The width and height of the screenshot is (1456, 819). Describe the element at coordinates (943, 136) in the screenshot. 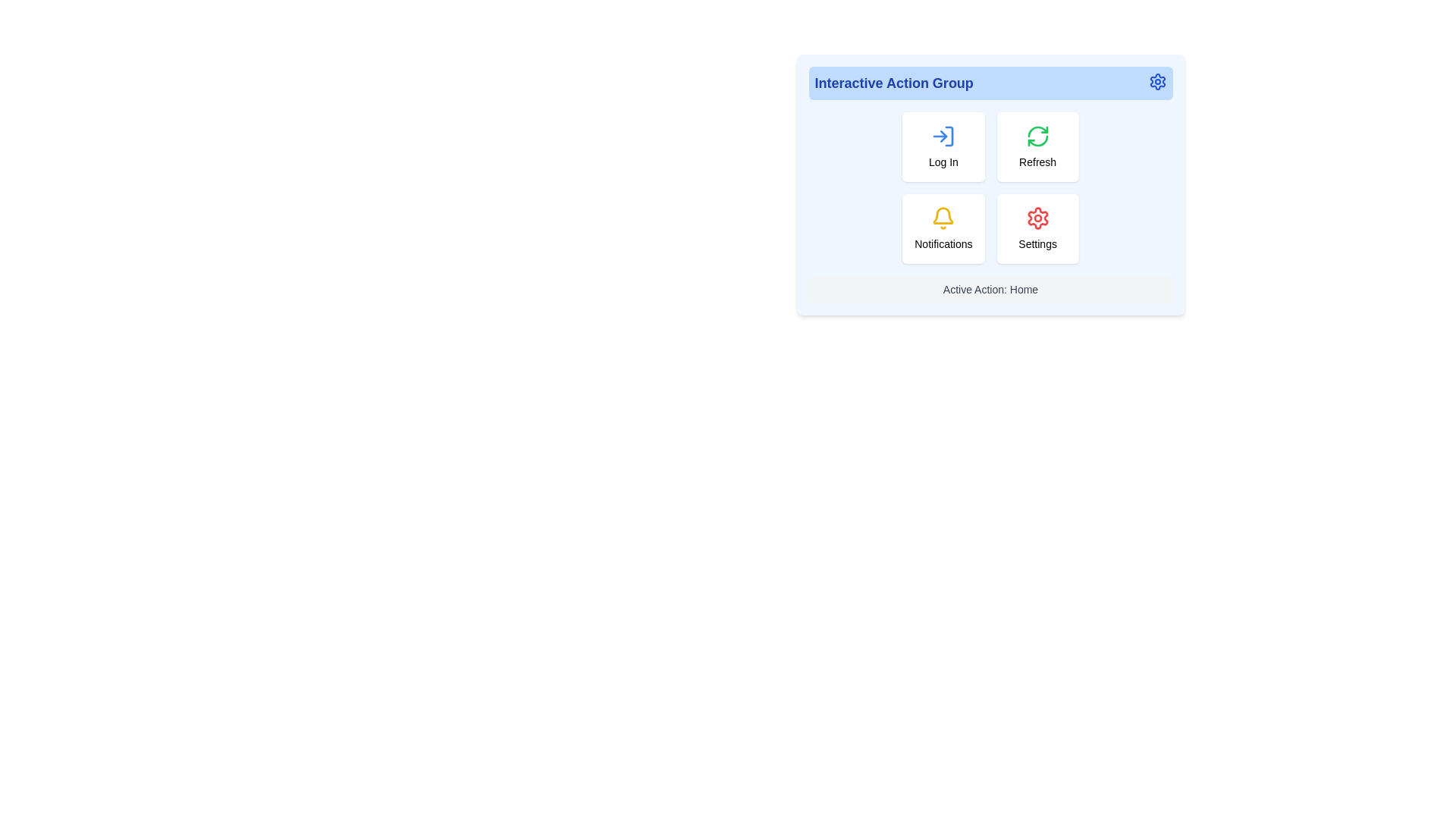

I see `'log in' icon located at the upper left corner of the 'Interactive Action Group' section, positioned above the text 'Log In'` at that location.